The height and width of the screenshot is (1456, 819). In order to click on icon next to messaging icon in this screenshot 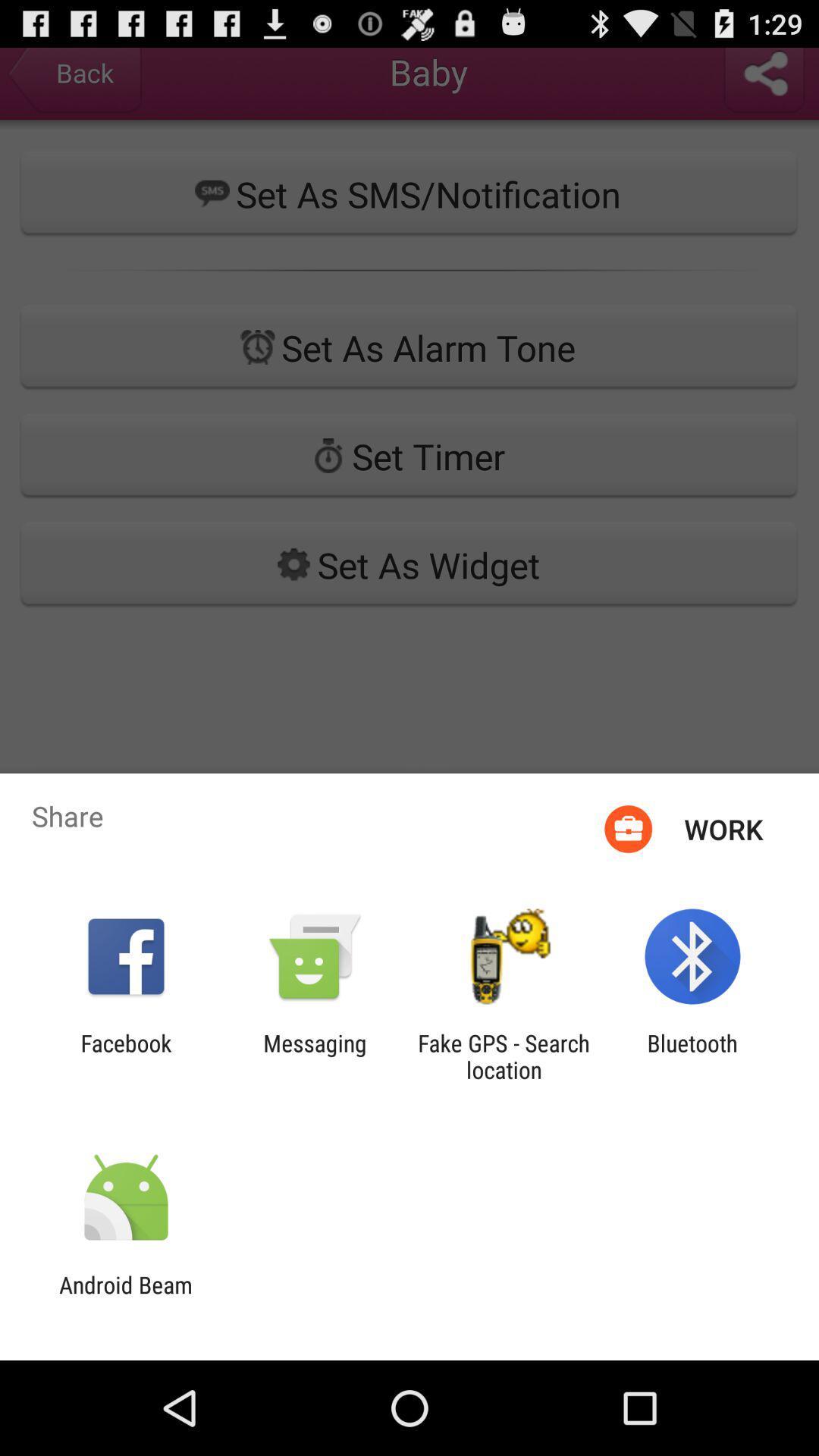, I will do `click(504, 1056)`.